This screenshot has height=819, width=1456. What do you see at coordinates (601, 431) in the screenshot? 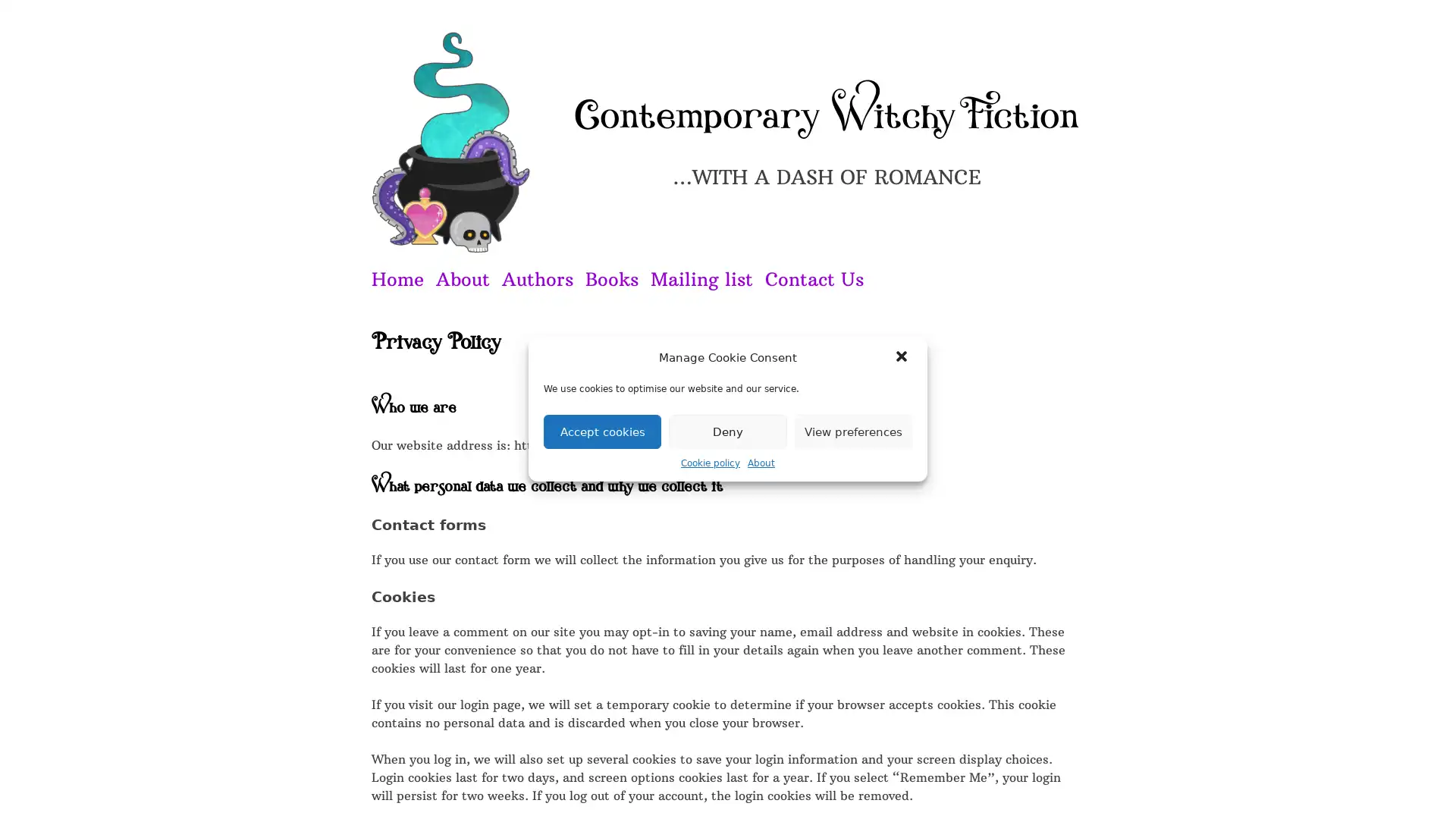
I see `Accept cookies` at bounding box center [601, 431].